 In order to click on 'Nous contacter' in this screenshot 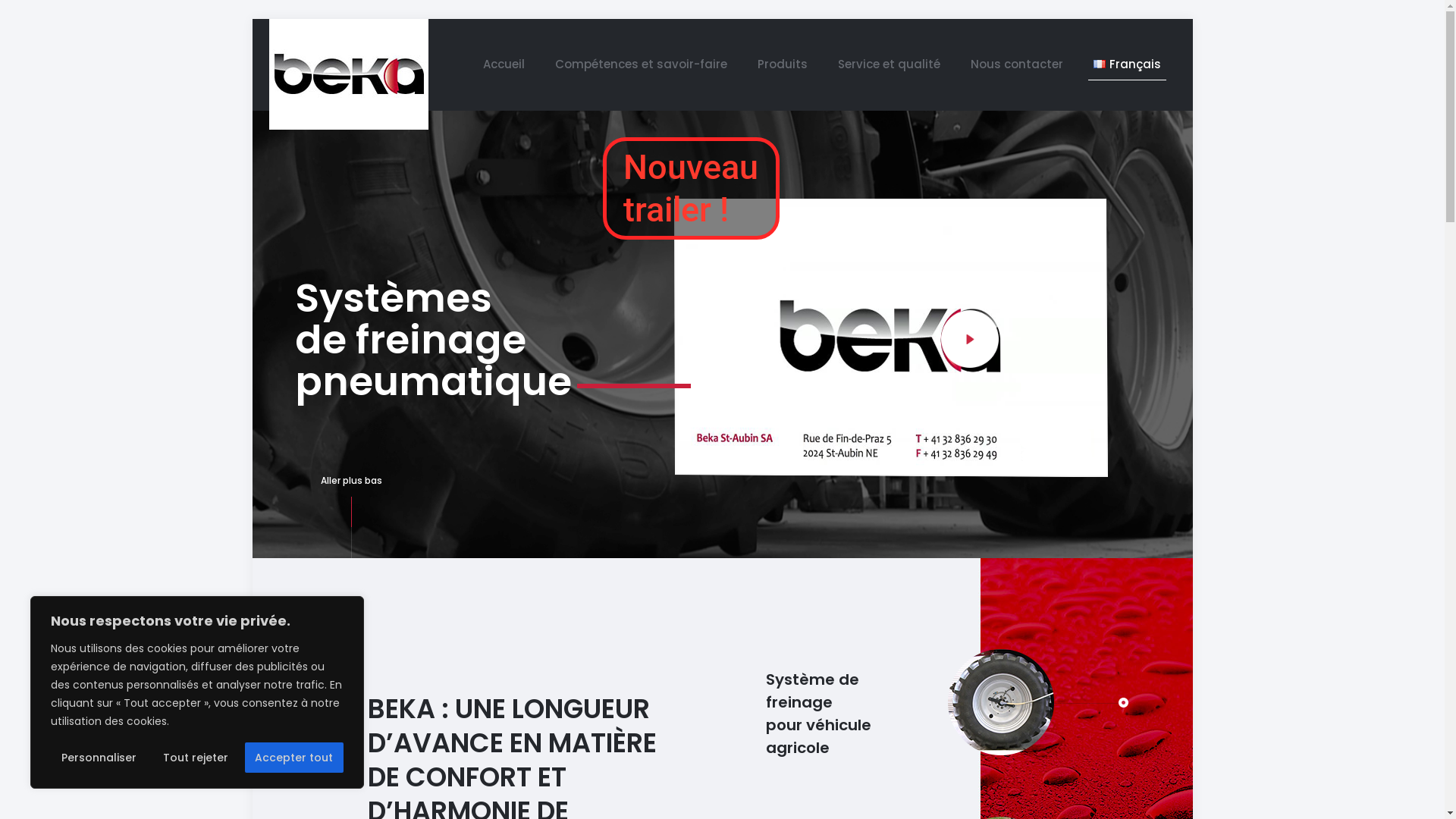, I will do `click(954, 63)`.